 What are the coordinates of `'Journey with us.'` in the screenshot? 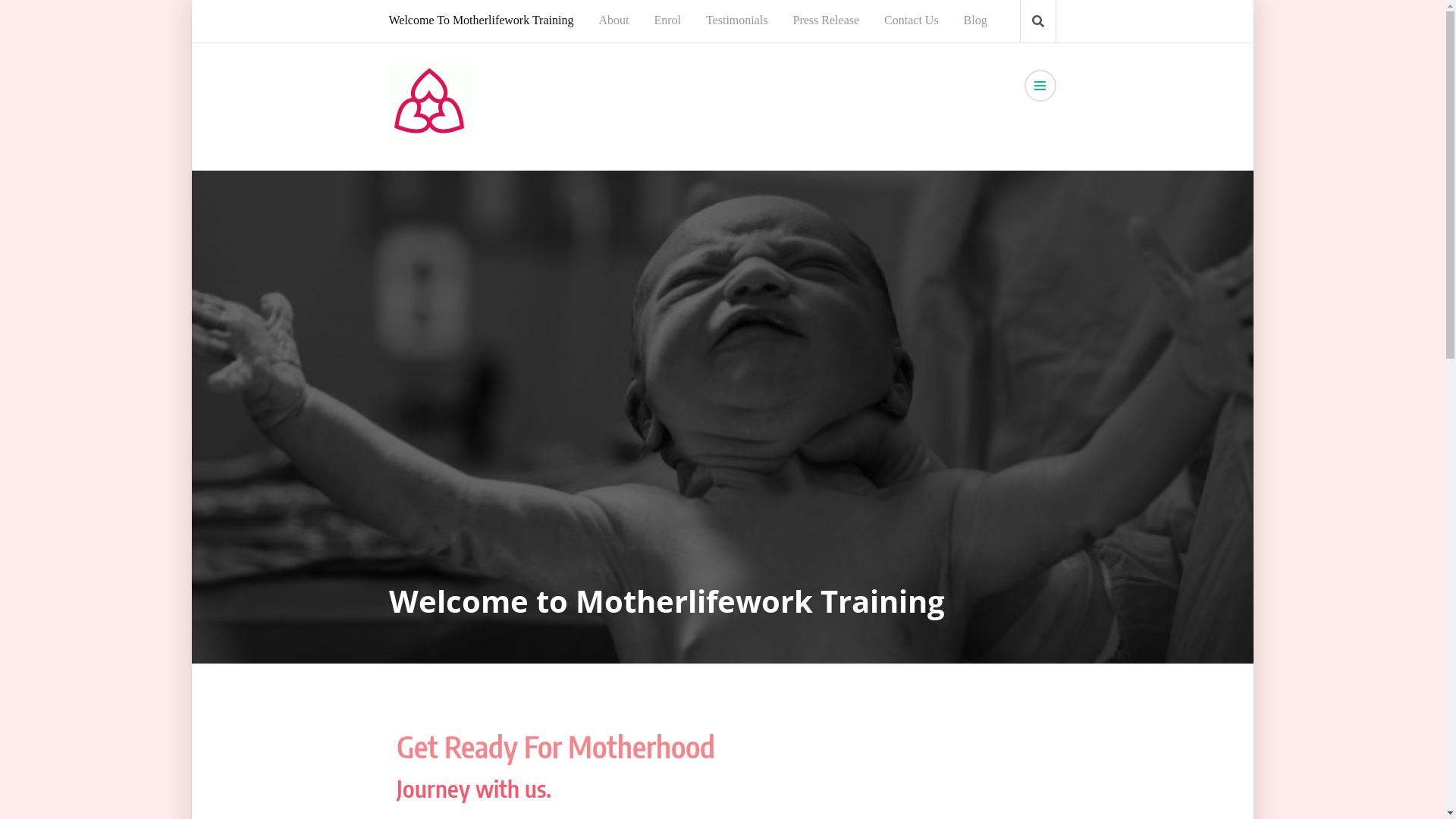 It's located at (472, 787).